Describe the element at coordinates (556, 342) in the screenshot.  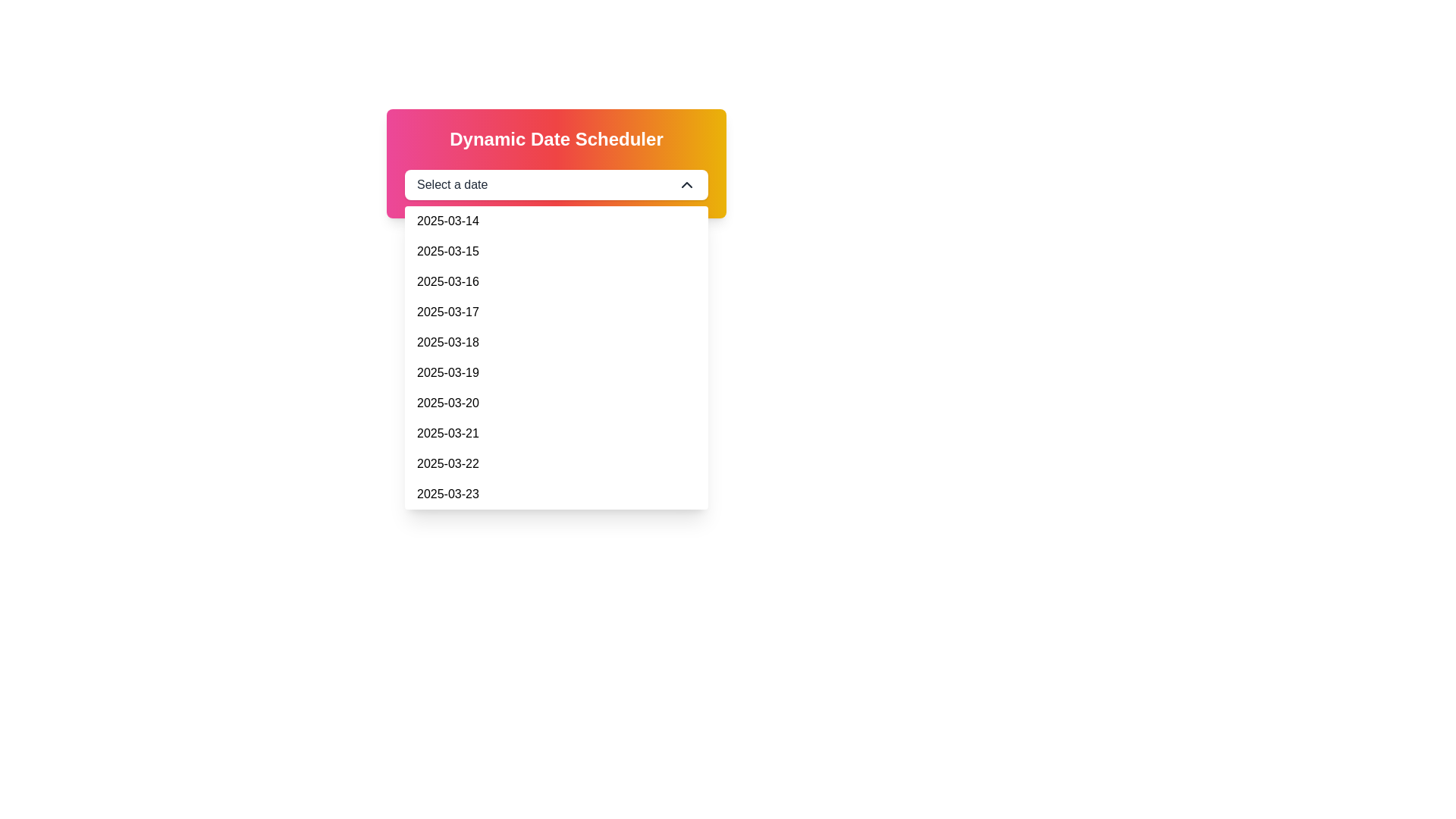
I see `the date item '2025-03-18' in the dropdown menu` at that location.